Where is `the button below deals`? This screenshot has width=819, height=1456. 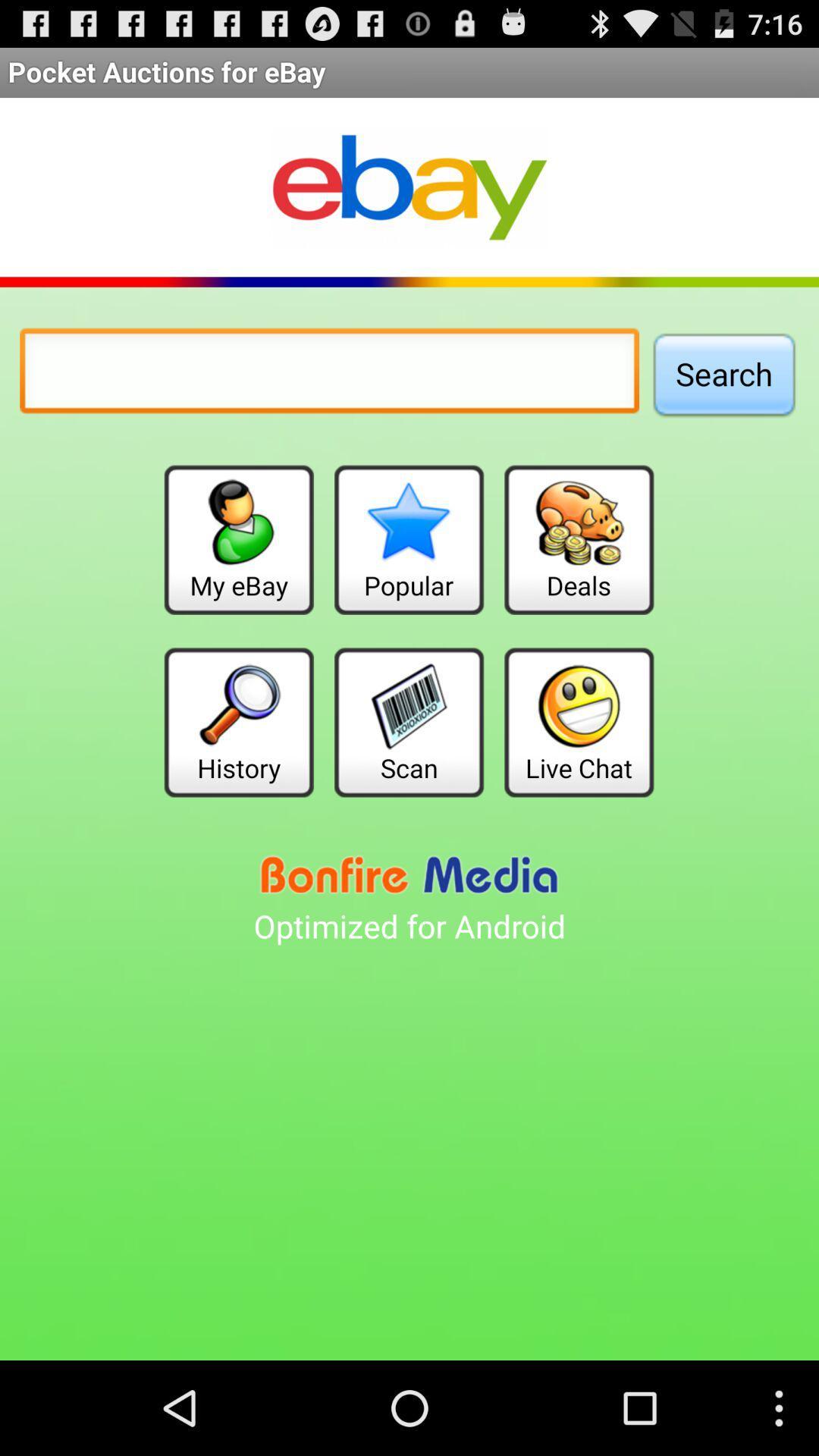
the button below deals is located at coordinates (579, 721).